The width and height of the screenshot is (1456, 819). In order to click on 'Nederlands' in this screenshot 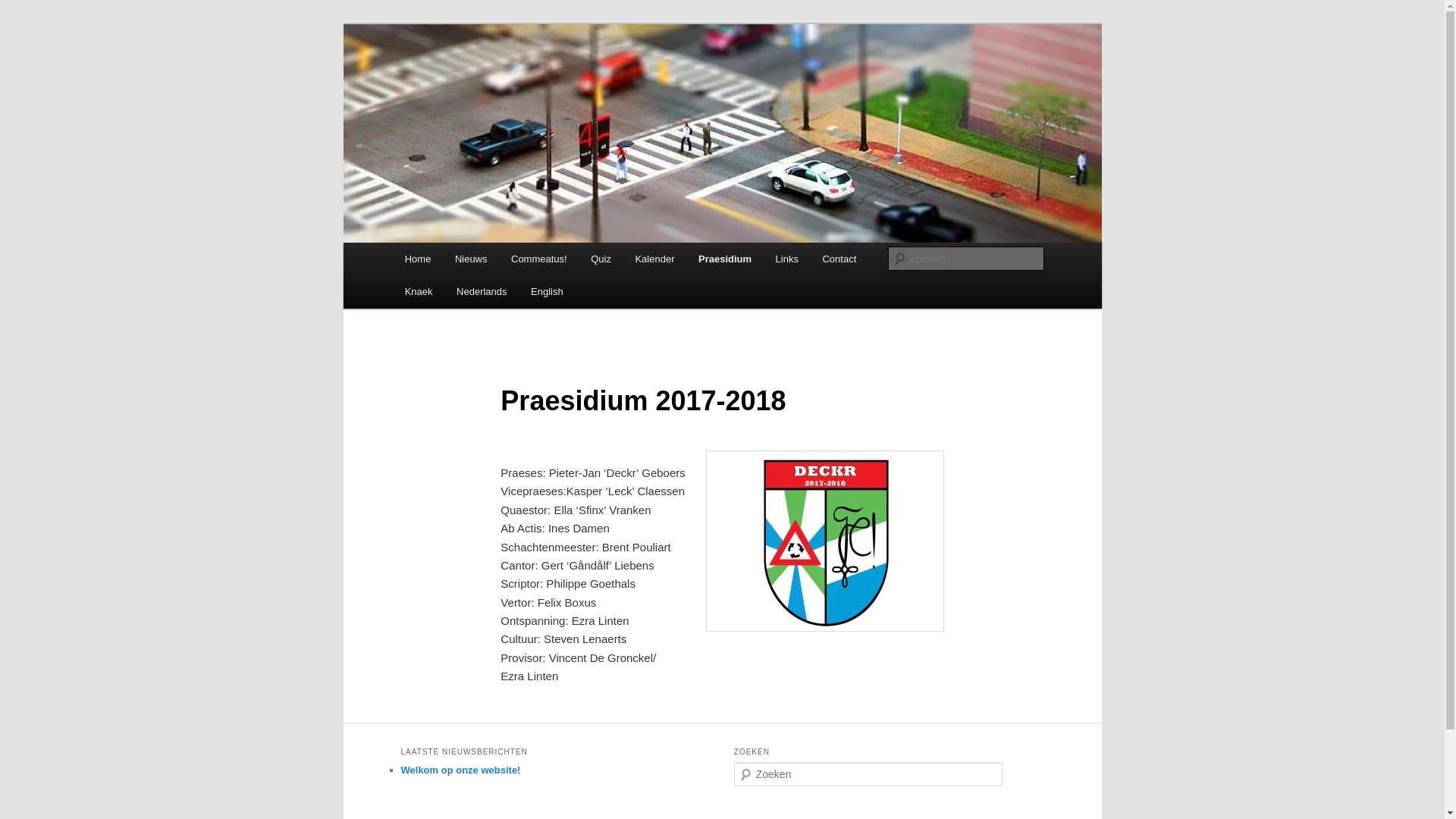, I will do `click(480, 291)`.